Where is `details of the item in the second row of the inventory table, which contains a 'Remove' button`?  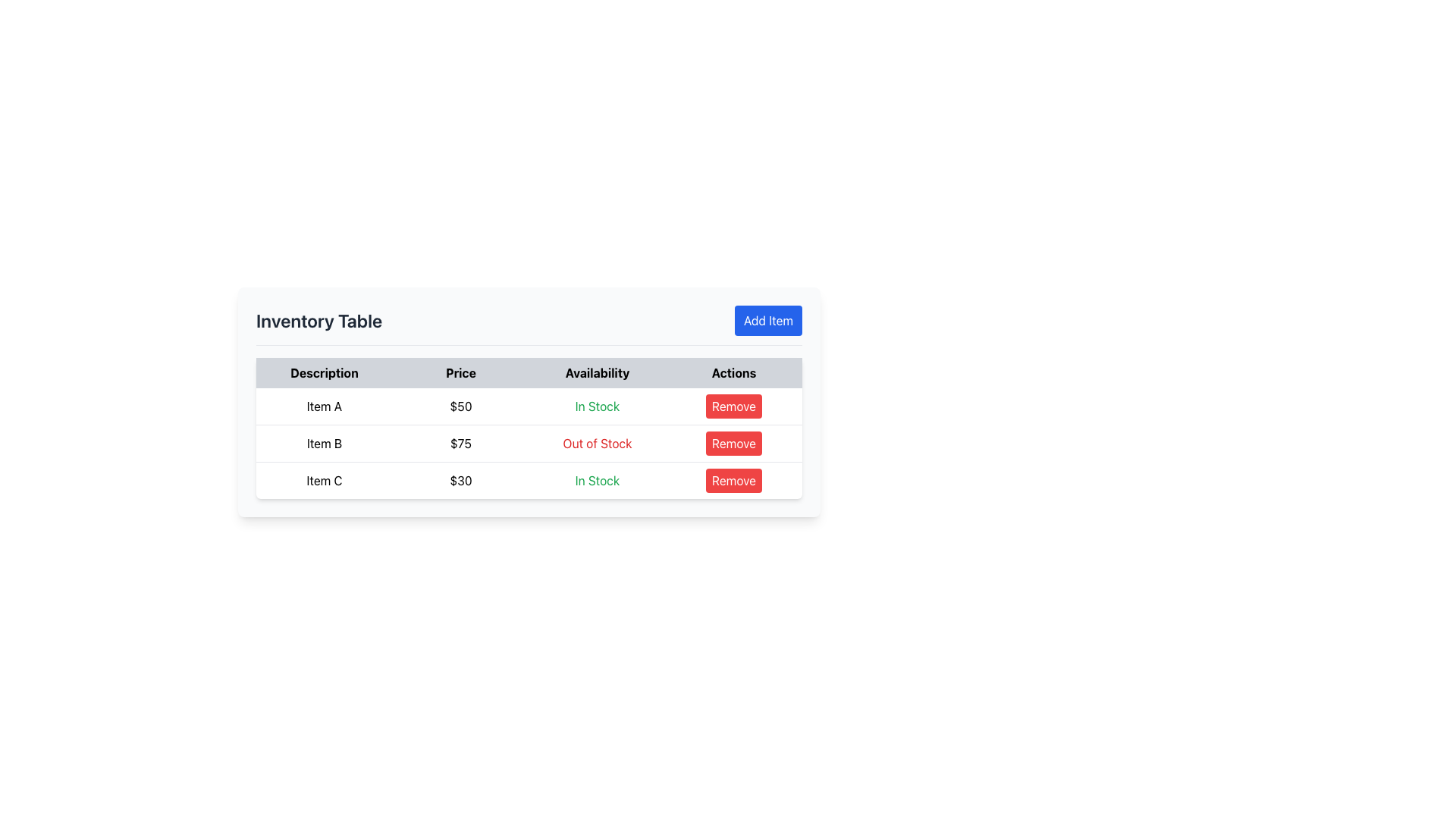 details of the item in the second row of the inventory table, which contains a 'Remove' button is located at coordinates (529, 444).